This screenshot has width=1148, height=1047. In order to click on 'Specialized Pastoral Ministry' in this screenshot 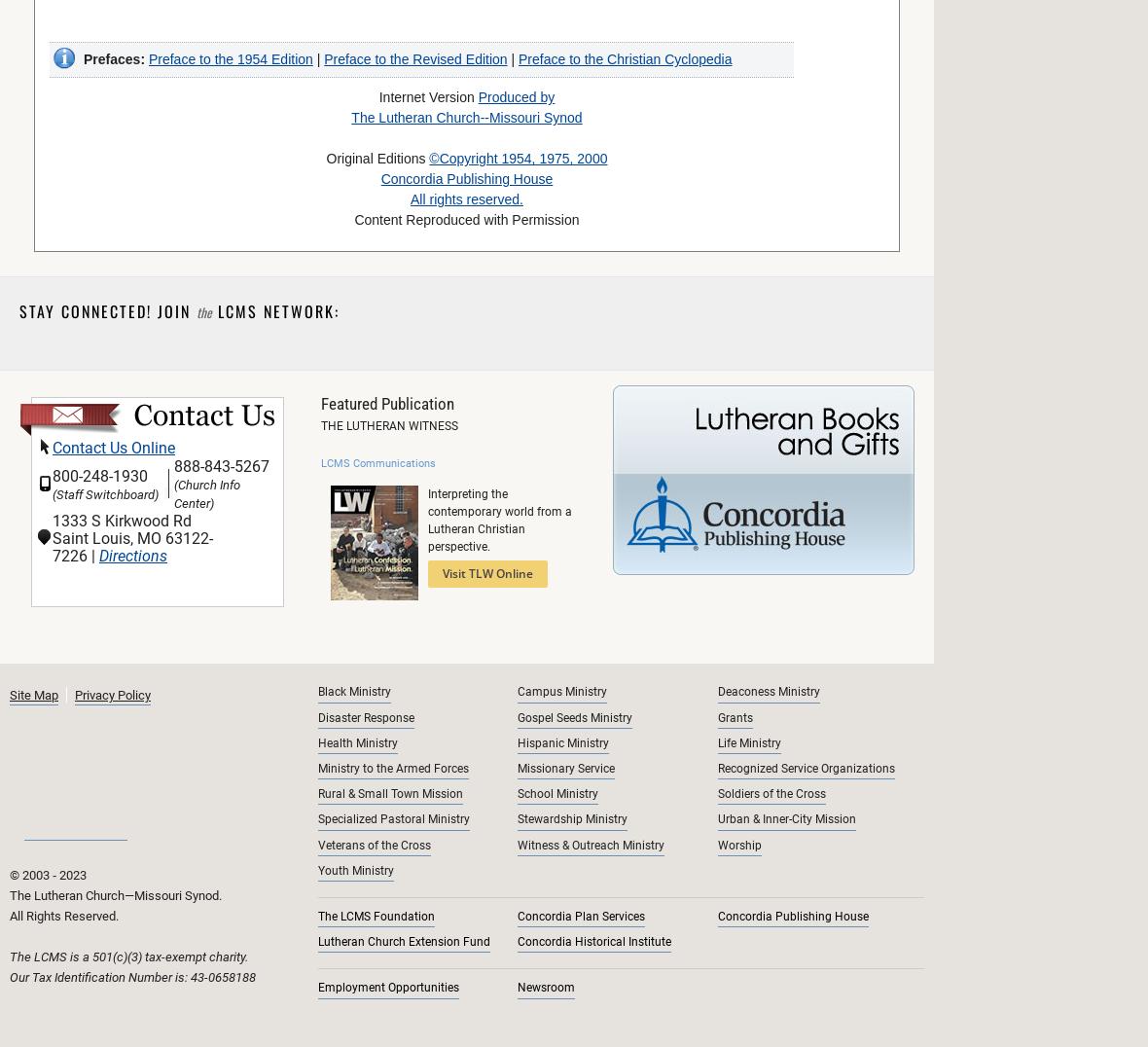, I will do `click(392, 817)`.